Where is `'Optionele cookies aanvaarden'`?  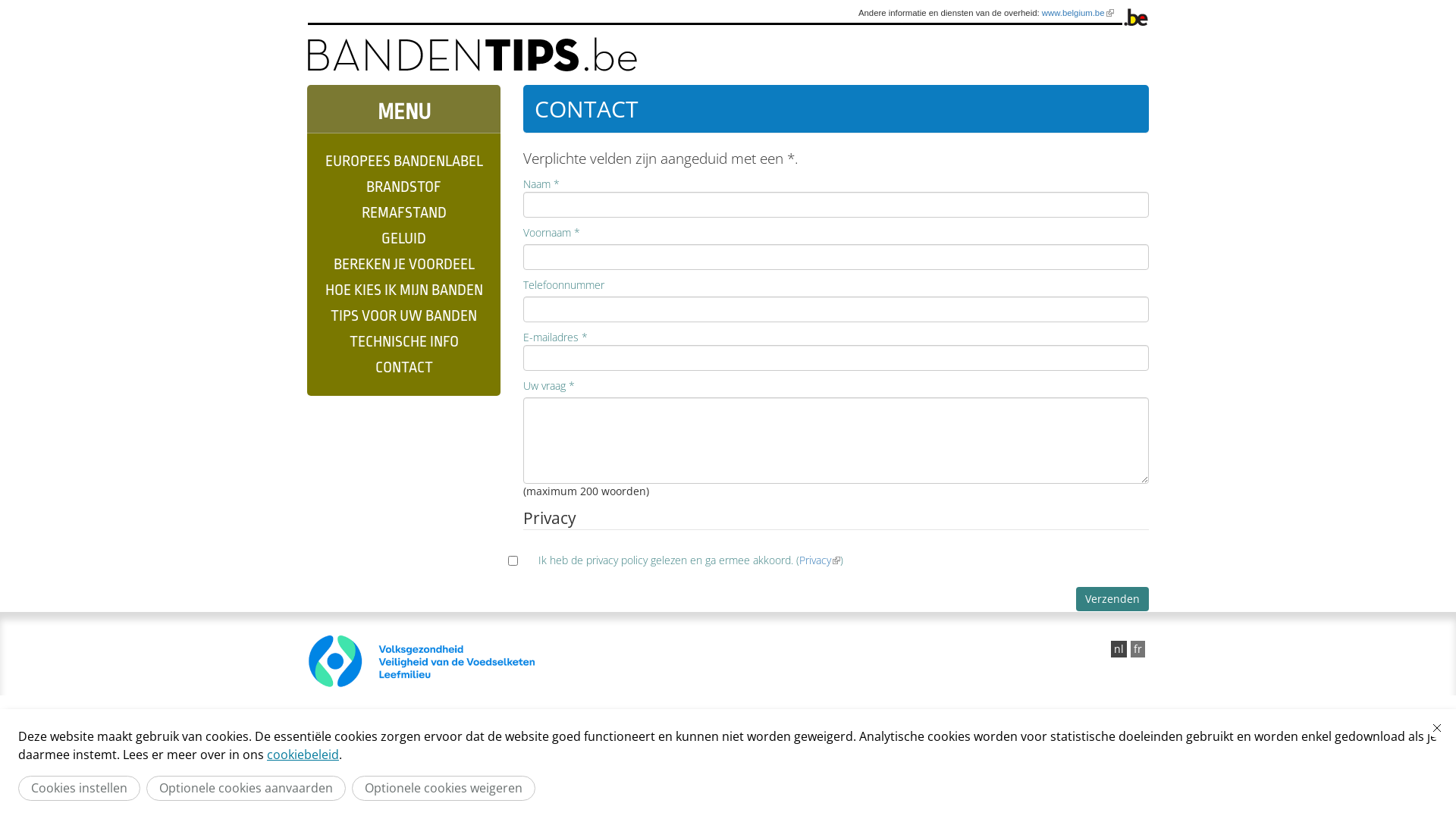 'Optionele cookies aanvaarden' is located at coordinates (246, 787).